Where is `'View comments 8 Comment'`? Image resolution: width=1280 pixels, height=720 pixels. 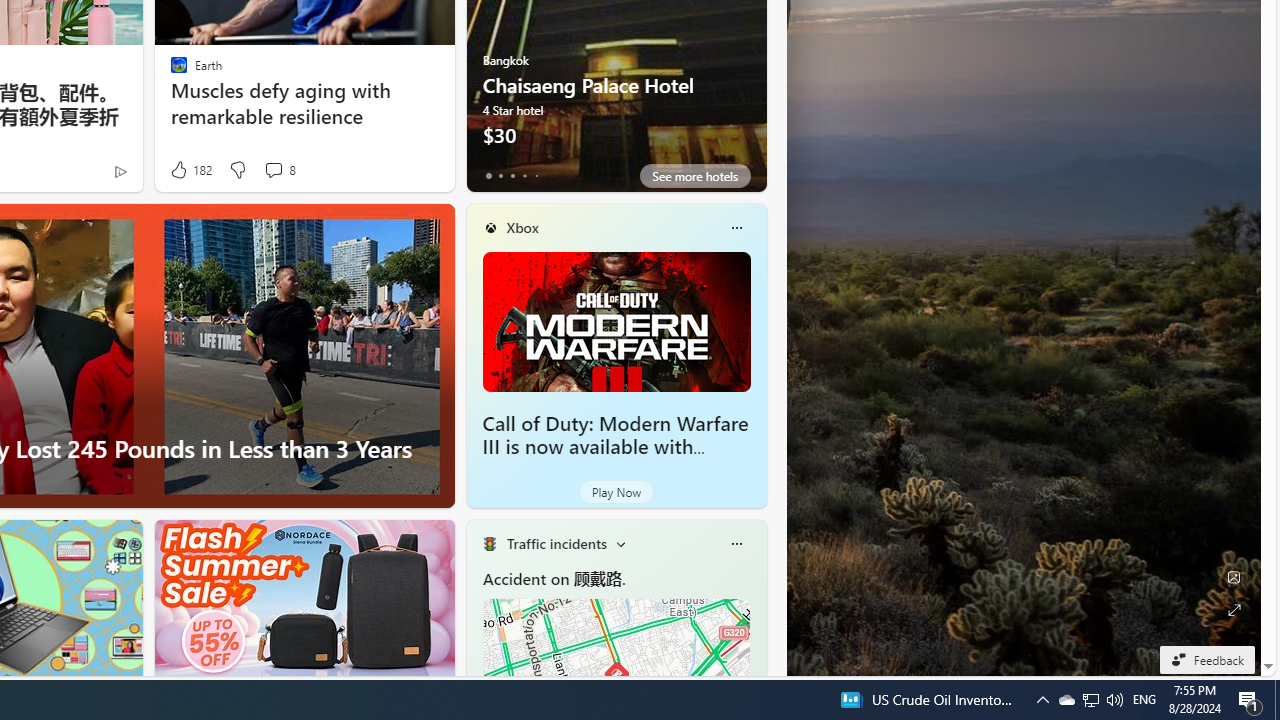 'View comments 8 Comment' is located at coordinates (272, 168).